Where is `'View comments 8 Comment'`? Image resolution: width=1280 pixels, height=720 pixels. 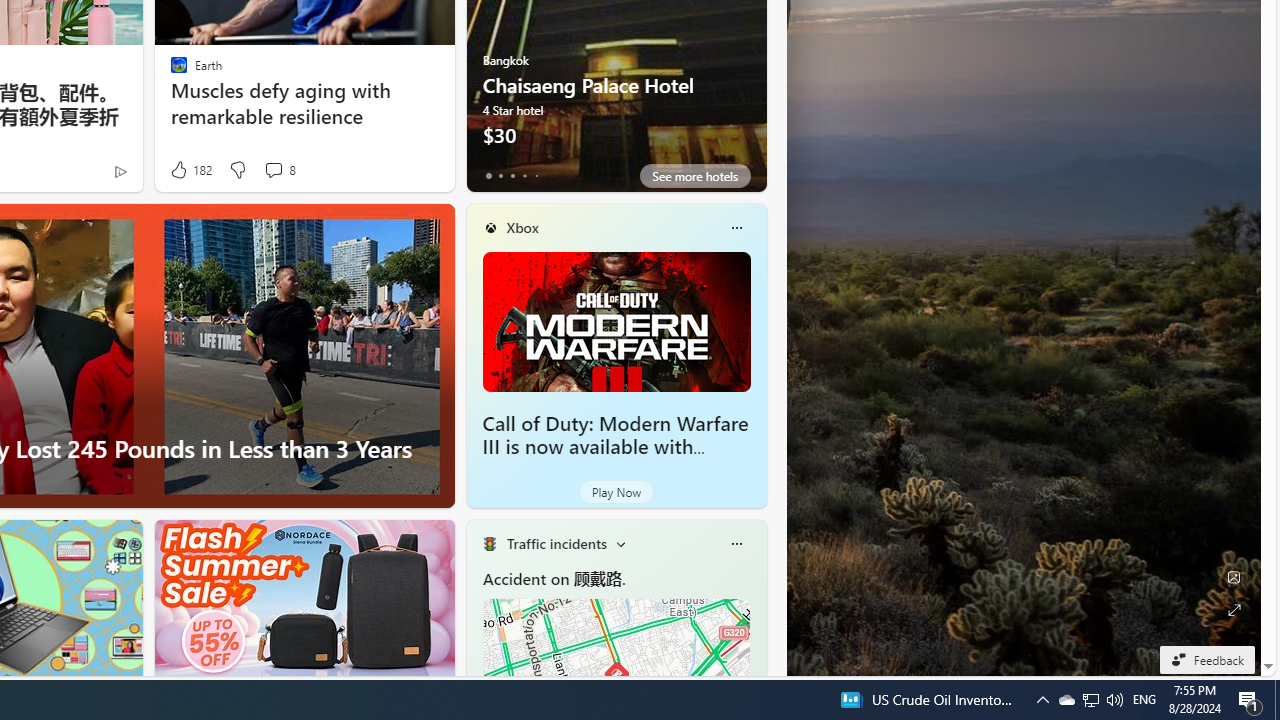 'View comments 8 Comment' is located at coordinates (272, 168).